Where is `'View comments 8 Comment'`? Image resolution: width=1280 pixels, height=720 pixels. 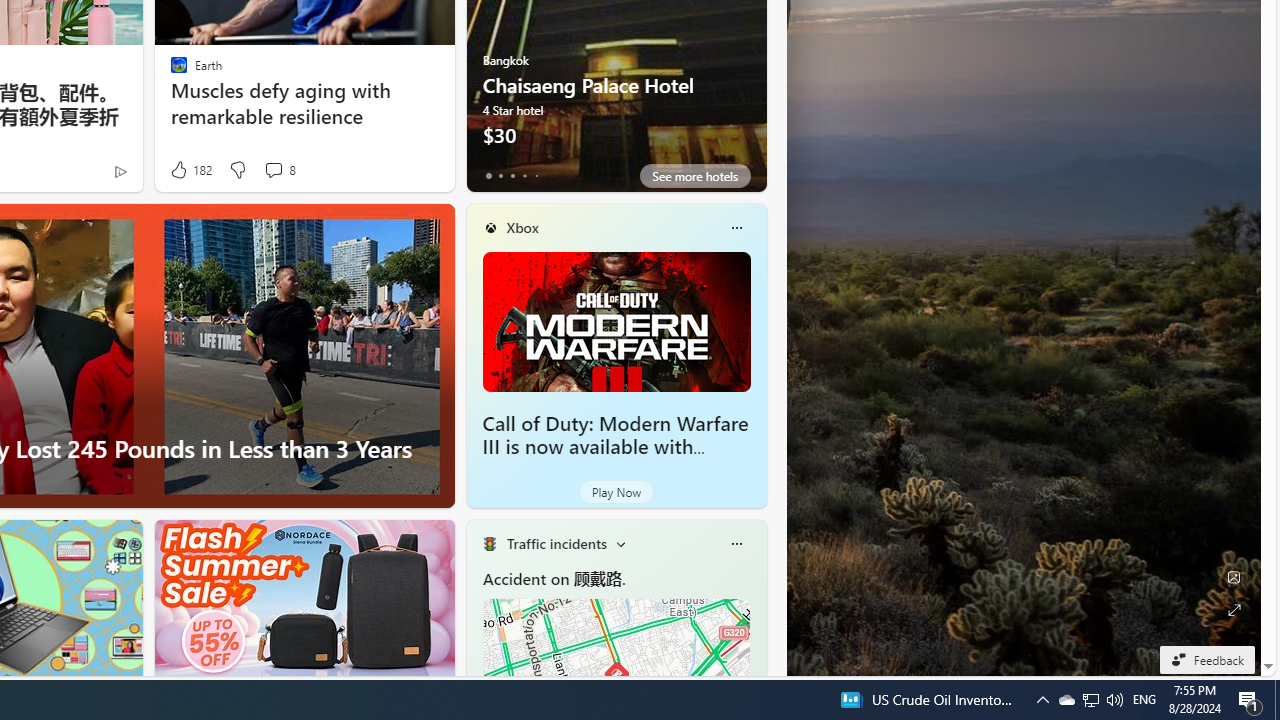 'View comments 8 Comment' is located at coordinates (272, 168).